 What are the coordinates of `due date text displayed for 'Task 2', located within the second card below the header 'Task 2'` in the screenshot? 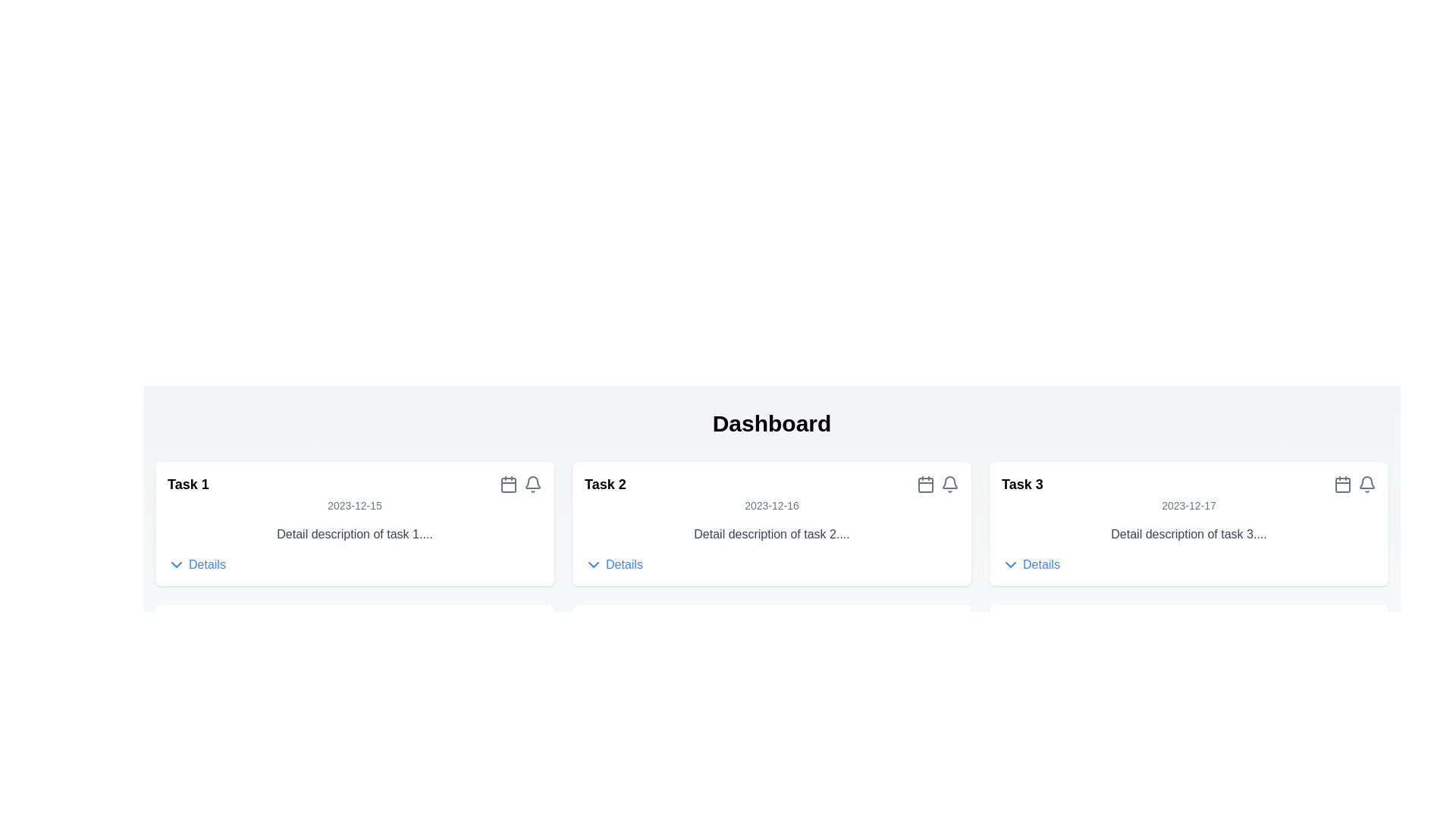 It's located at (771, 506).